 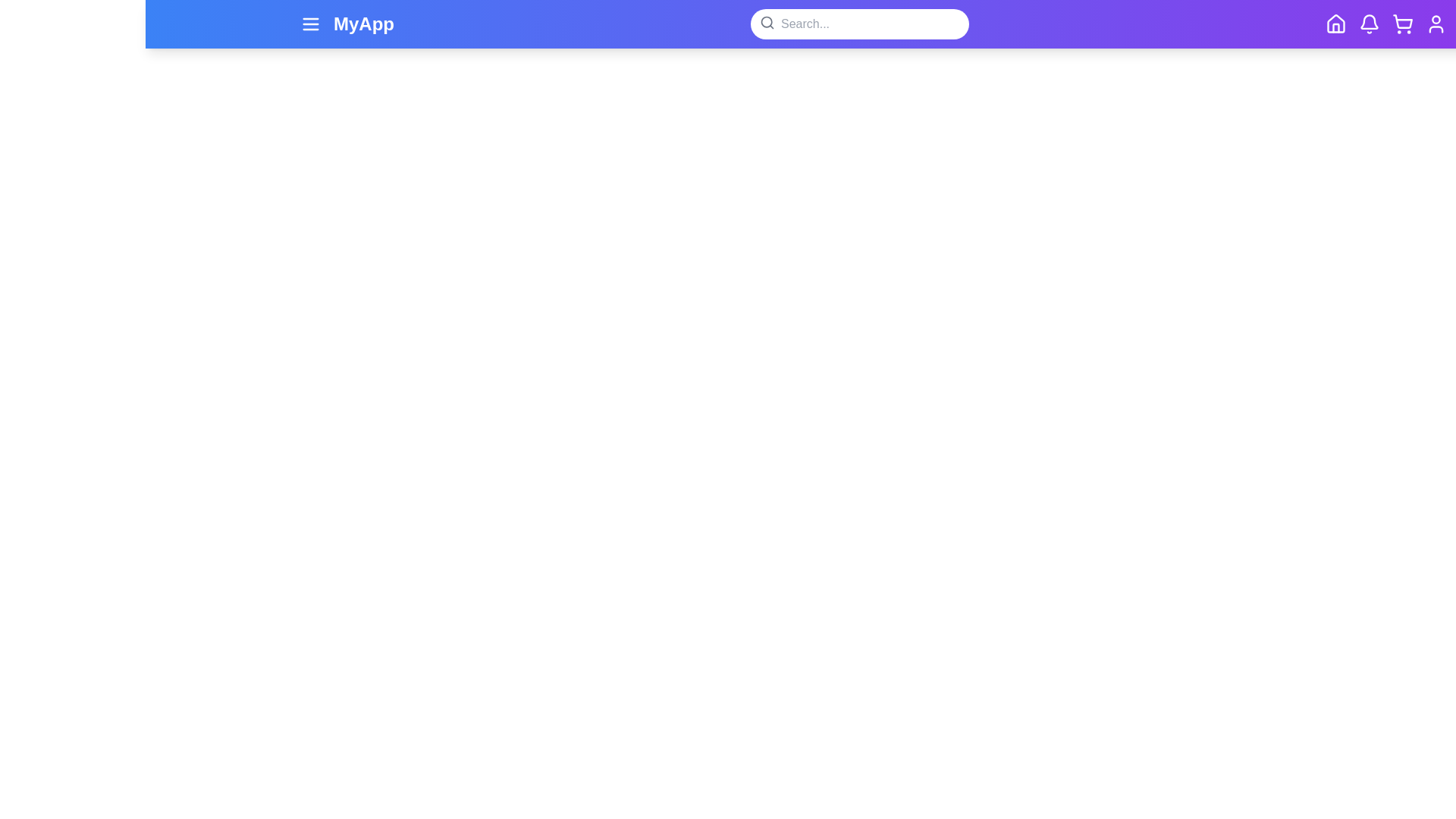 I want to click on the user button in the navigation bar, so click(x=1436, y=24).